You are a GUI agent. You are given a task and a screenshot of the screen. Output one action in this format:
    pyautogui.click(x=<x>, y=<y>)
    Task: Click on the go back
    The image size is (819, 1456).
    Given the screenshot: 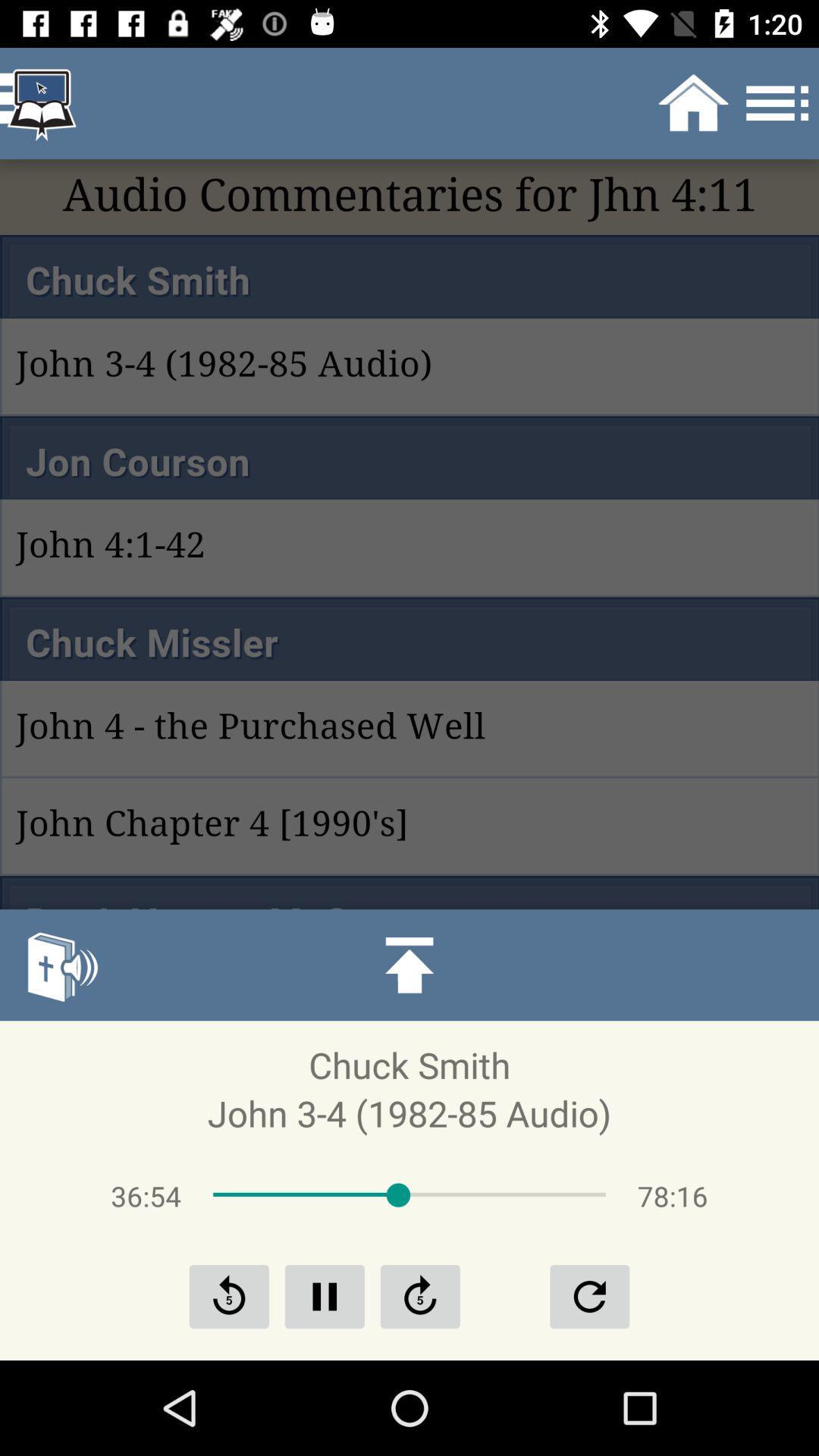 What is the action you would take?
    pyautogui.click(x=229, y=1295)
    